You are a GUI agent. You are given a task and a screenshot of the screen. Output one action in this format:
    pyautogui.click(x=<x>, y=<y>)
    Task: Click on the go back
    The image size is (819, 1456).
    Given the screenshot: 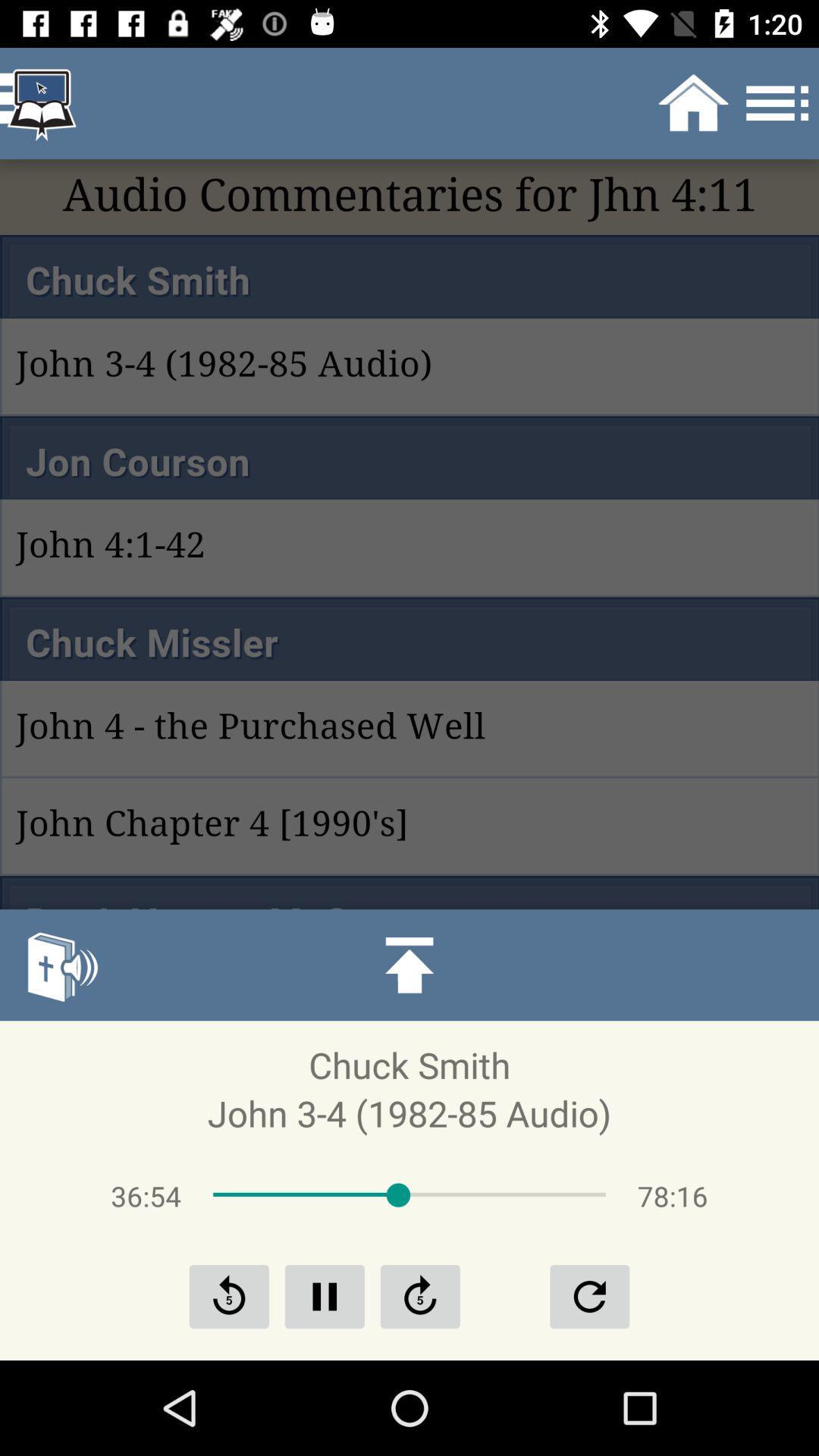 What is the action you would take?
    pyautogui.click(x=229, y=1295)
    